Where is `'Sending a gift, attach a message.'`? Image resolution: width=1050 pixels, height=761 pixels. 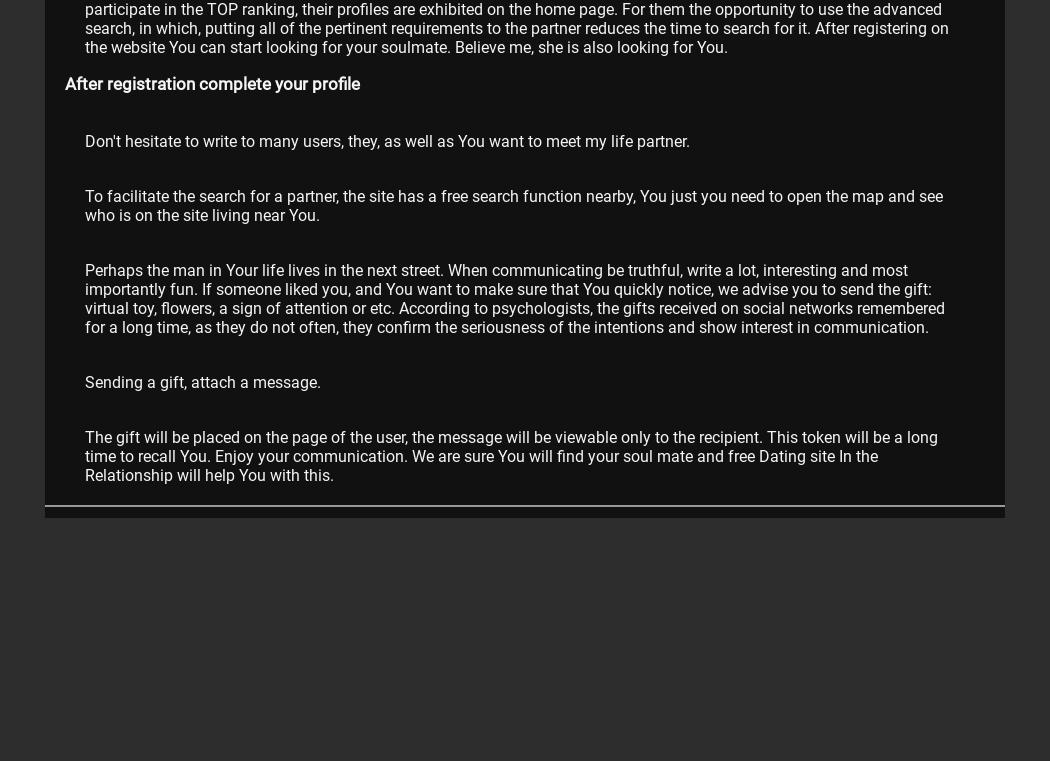 'Sending a gift, attach a message.' is located at coordinates (85, 380).